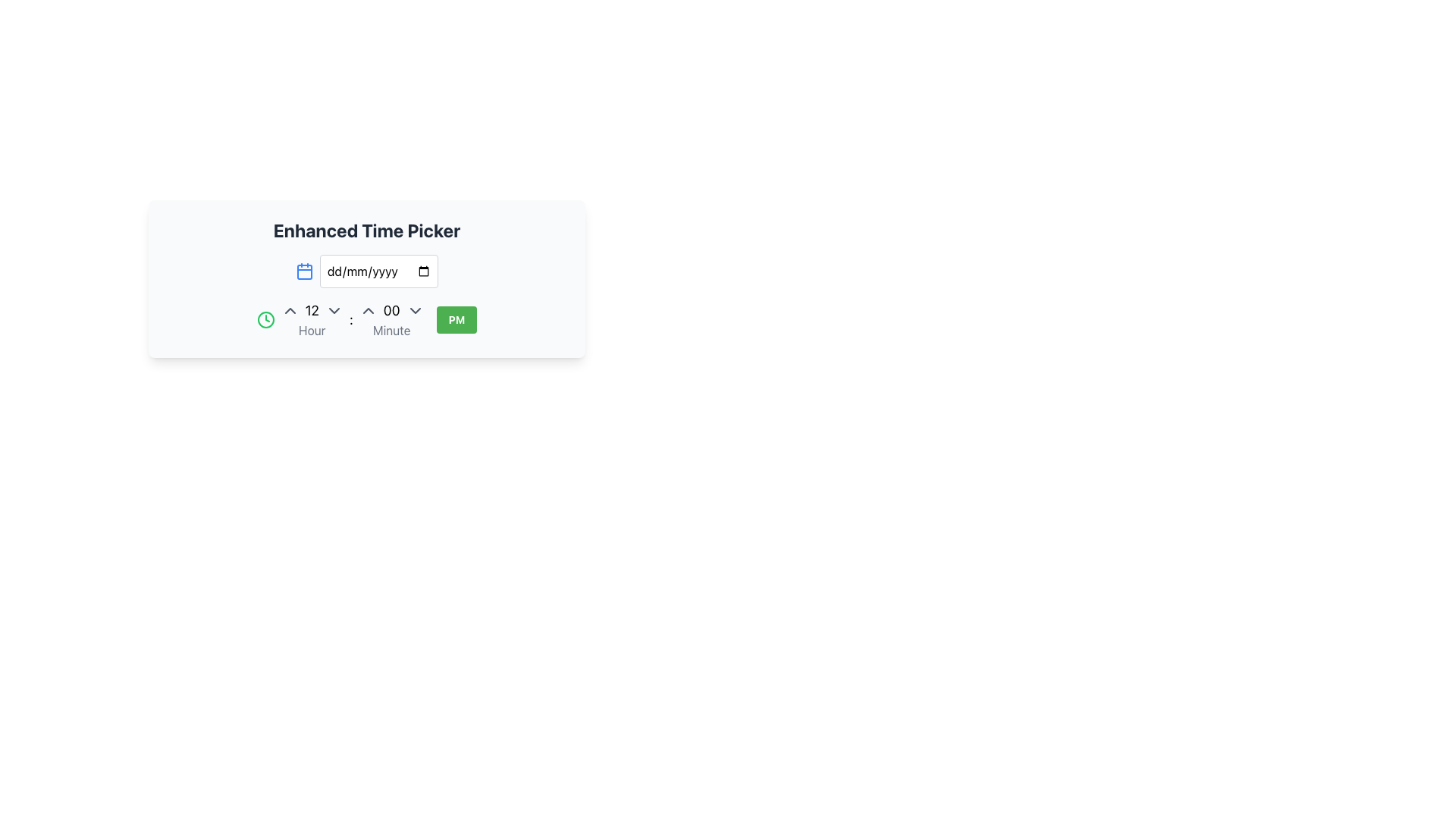  Describe the element at coordinates (265, 318) in the screenshot. I see `the green circular clock icon that displays an analog clock face with hands pointing to 12 and 3, located to the left of the time-selection area, adjacent to the hour selection section` at that location.